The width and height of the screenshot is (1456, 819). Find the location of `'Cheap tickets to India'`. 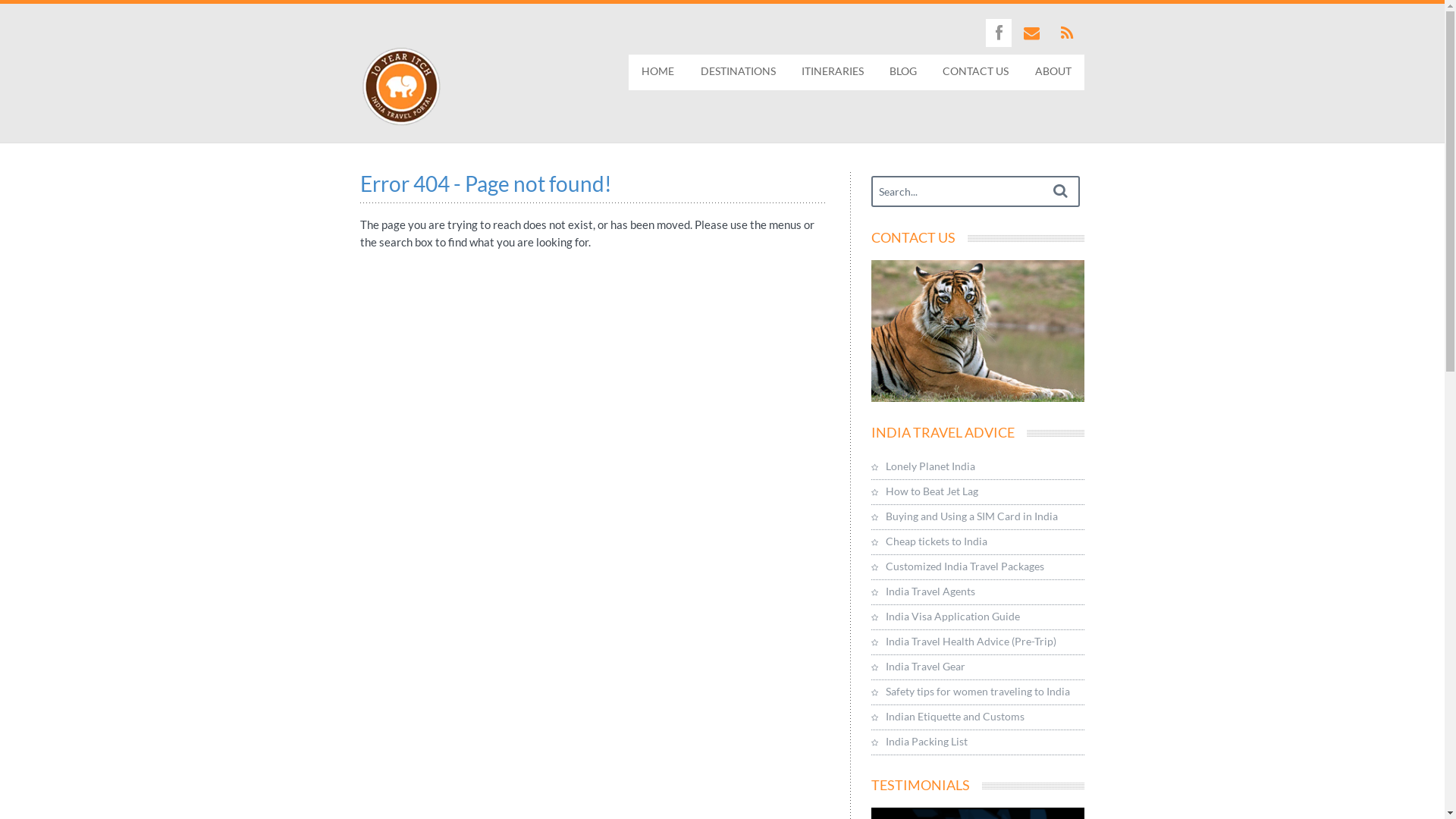

'Cheap tickets to India' is located at coordinates (871, 541).